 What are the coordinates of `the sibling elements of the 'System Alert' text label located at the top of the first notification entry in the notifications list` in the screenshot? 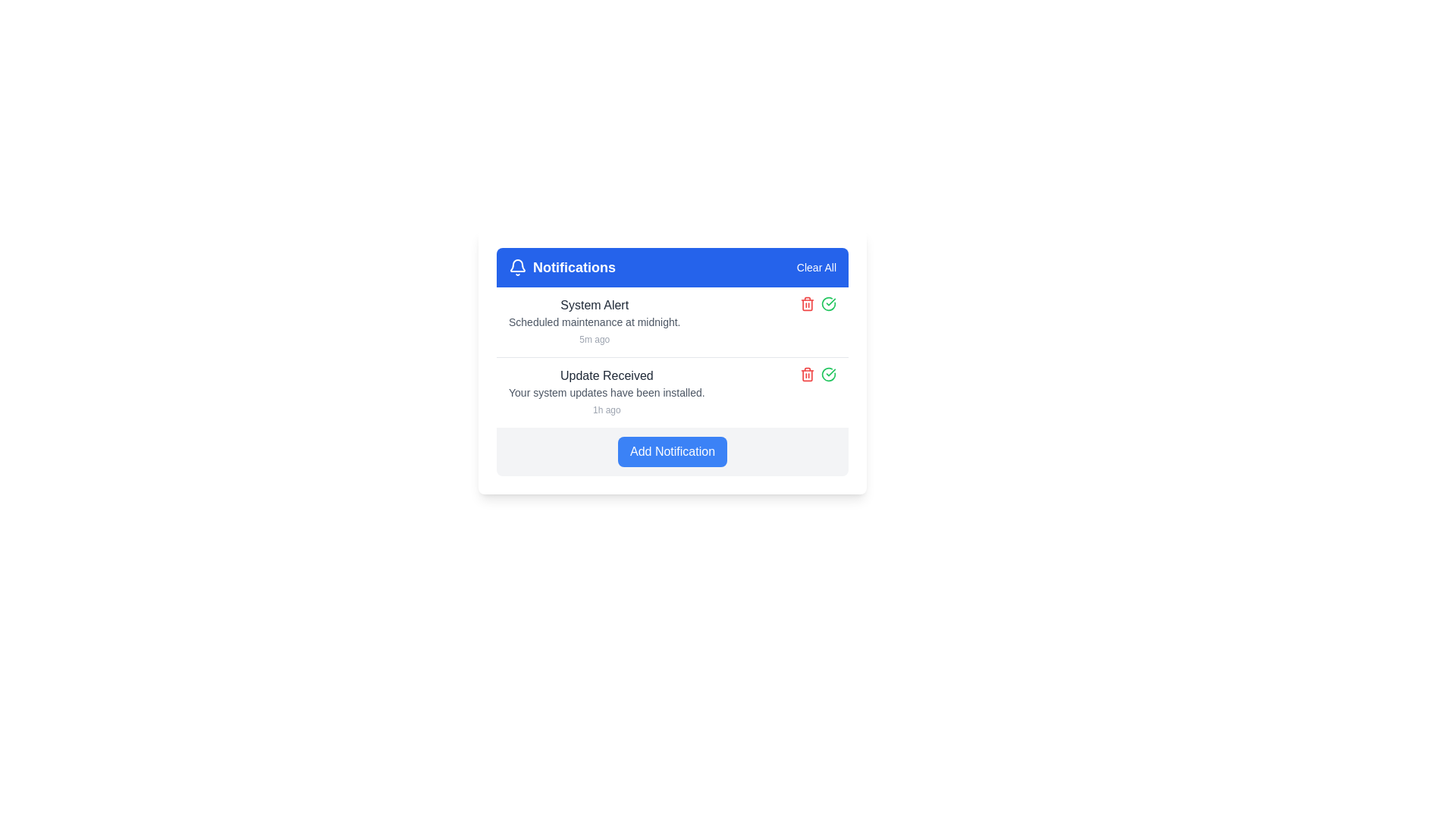 It's located at (594, 305).